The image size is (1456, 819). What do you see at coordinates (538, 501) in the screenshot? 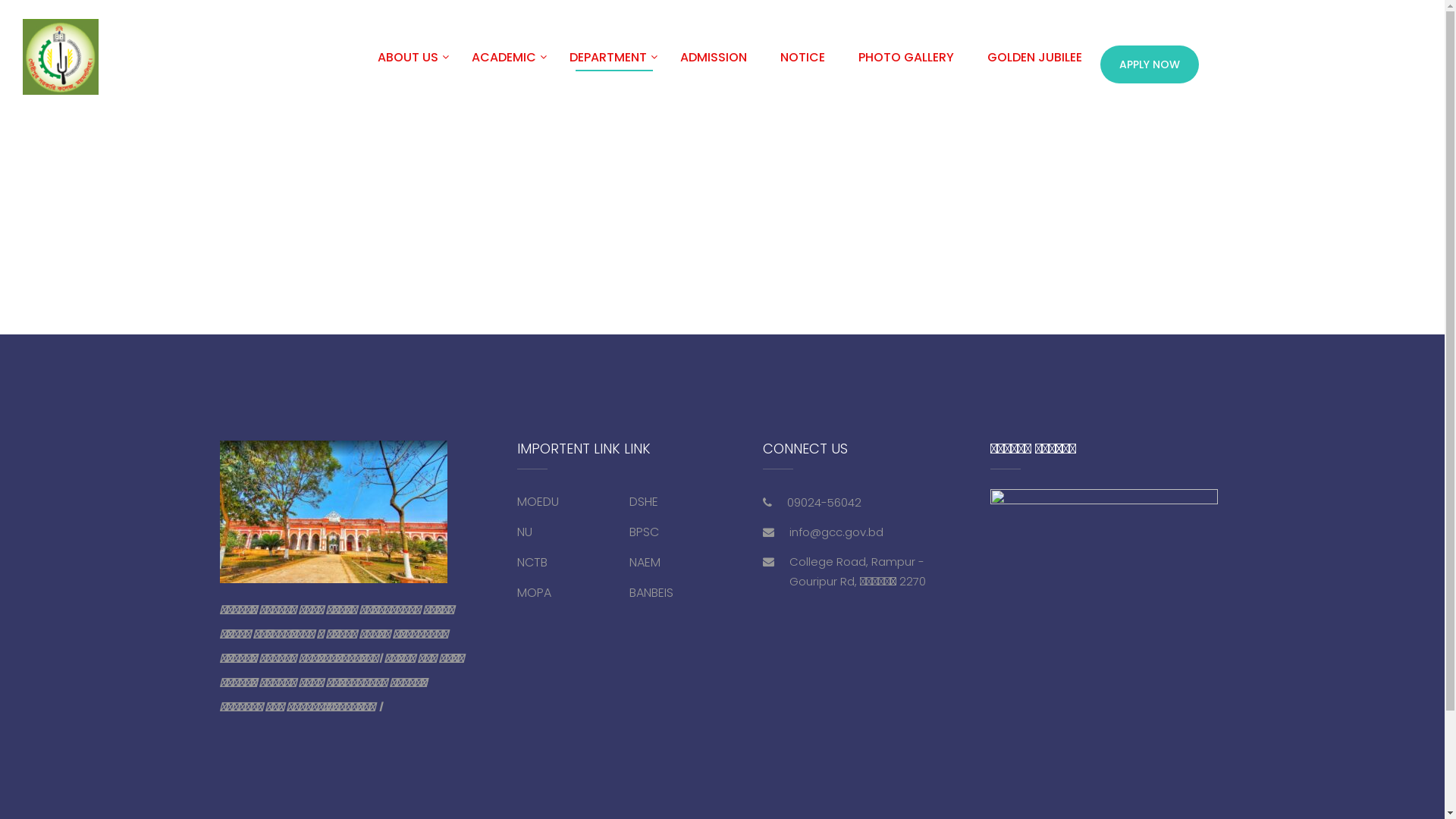
I see `'MOEDU'` at bounding box center [538, 501].